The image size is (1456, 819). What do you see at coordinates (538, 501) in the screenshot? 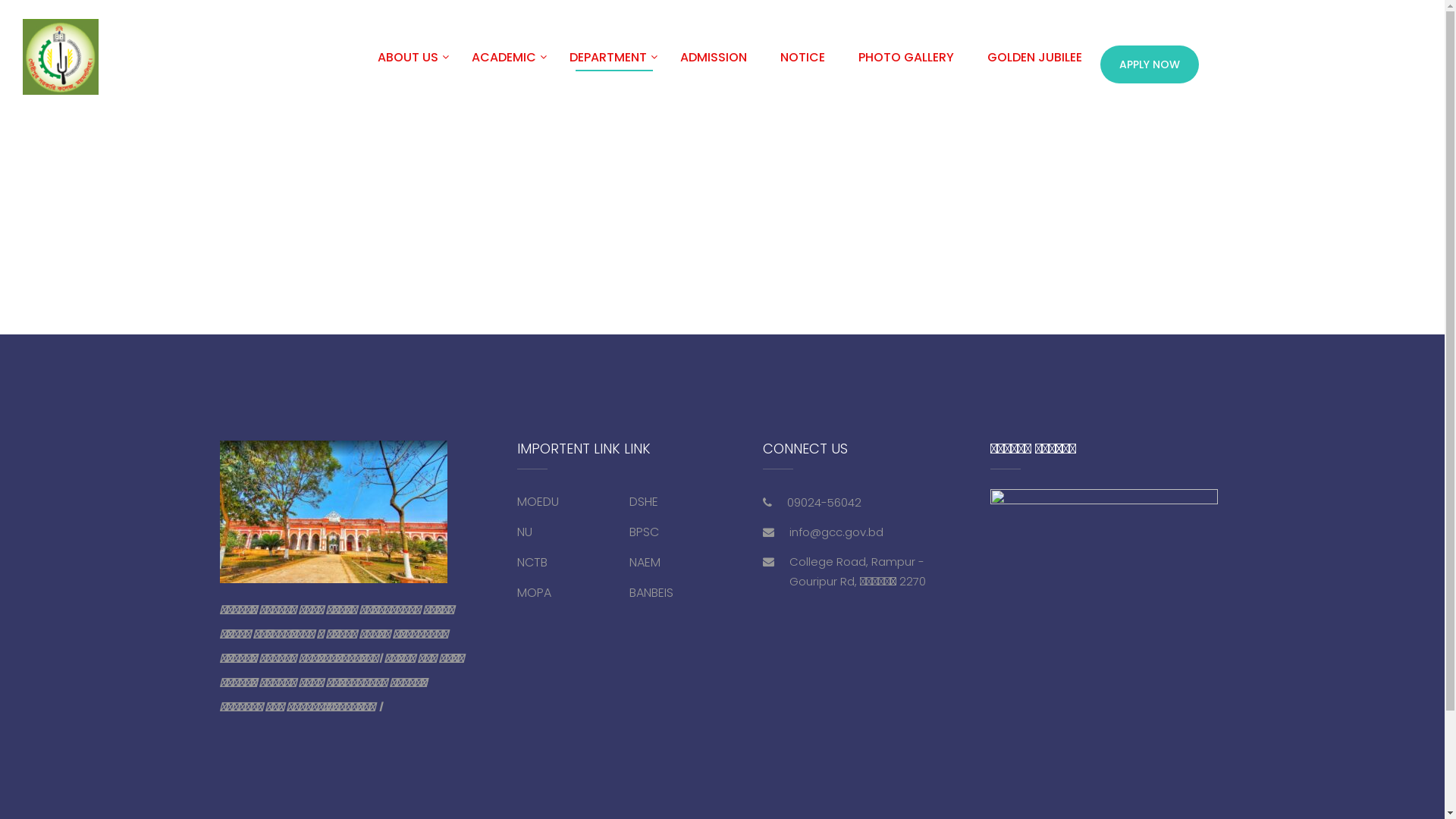
I see `'MOEDU'` at bounding box center [538, 501].